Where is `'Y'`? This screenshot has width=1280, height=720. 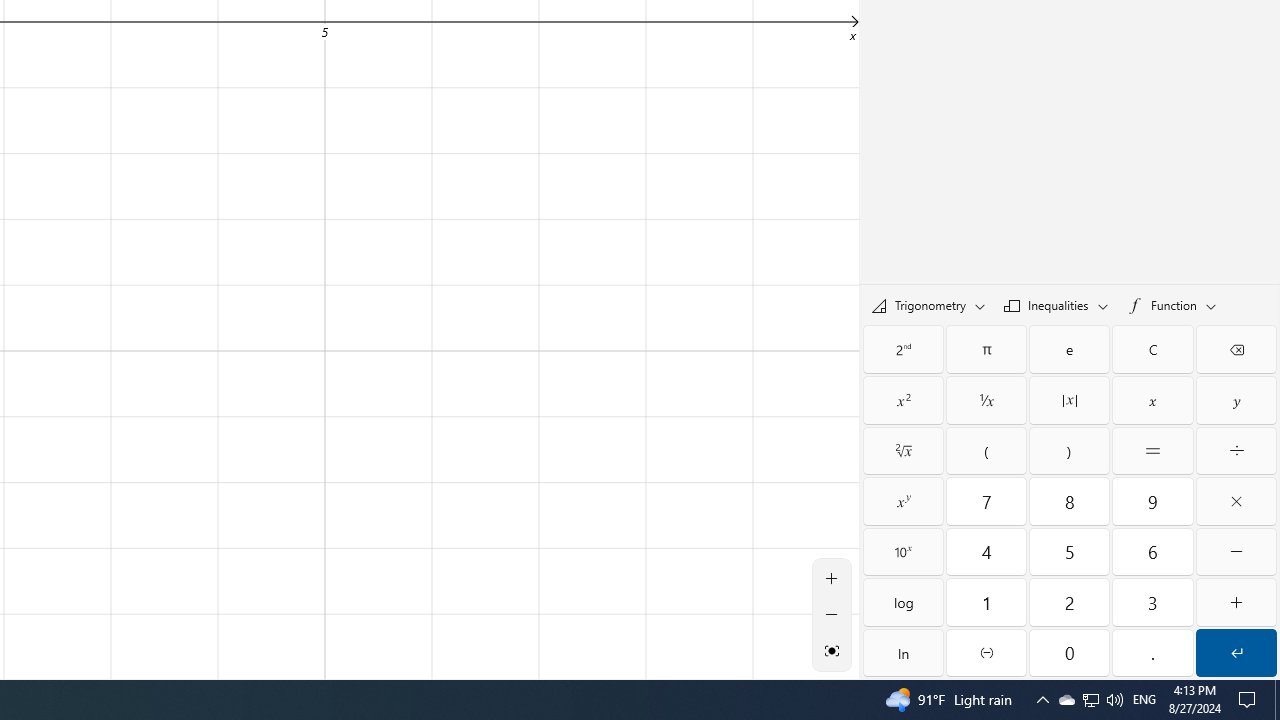
'Y' is located at coordinates (1235, 400).